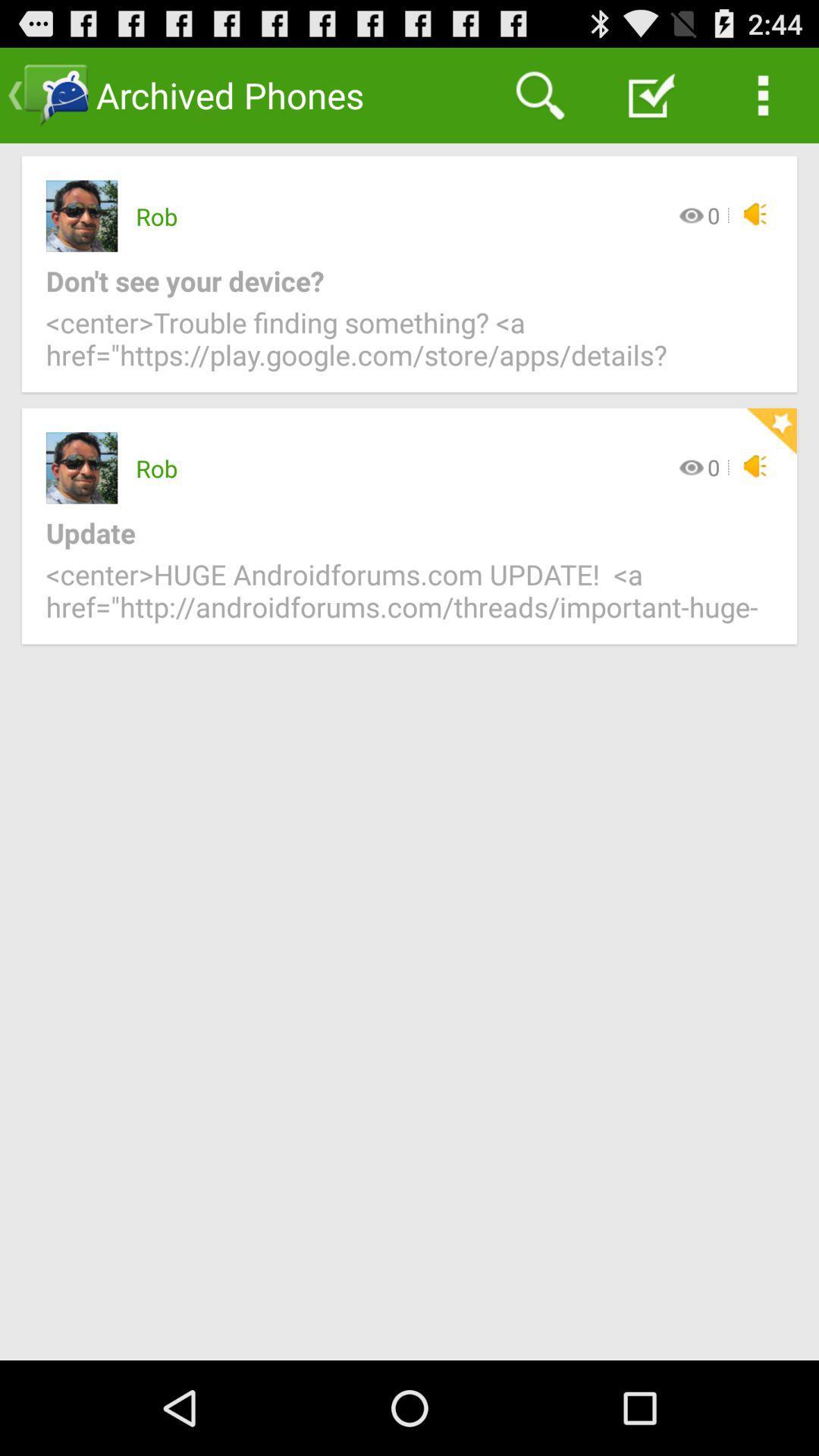  What do you see at coordinates (539, 94) in the screenshot?
I see `icon next to the archived phones item` at bounding box center [539, 94].